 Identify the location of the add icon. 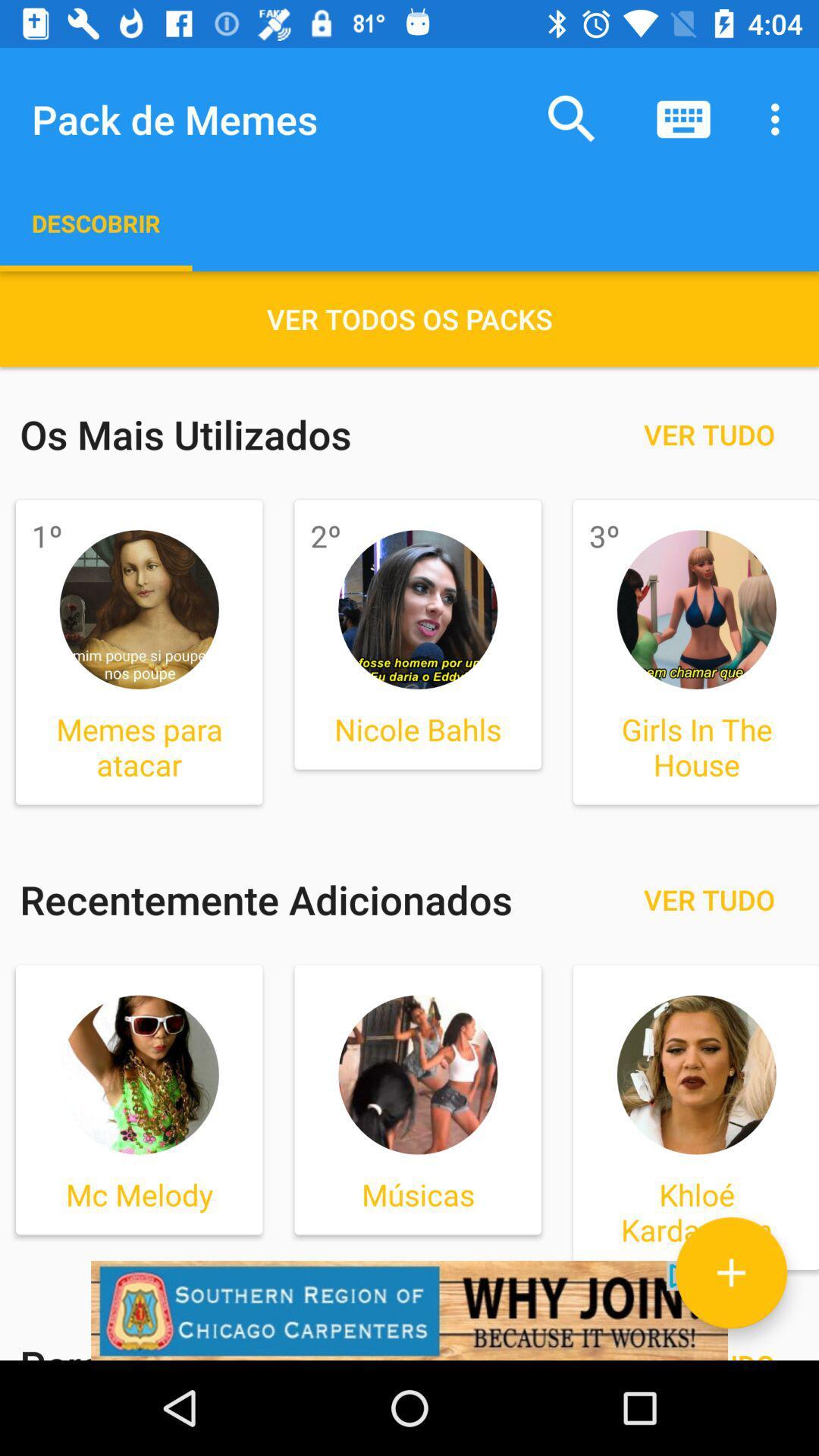
(730, 1272).